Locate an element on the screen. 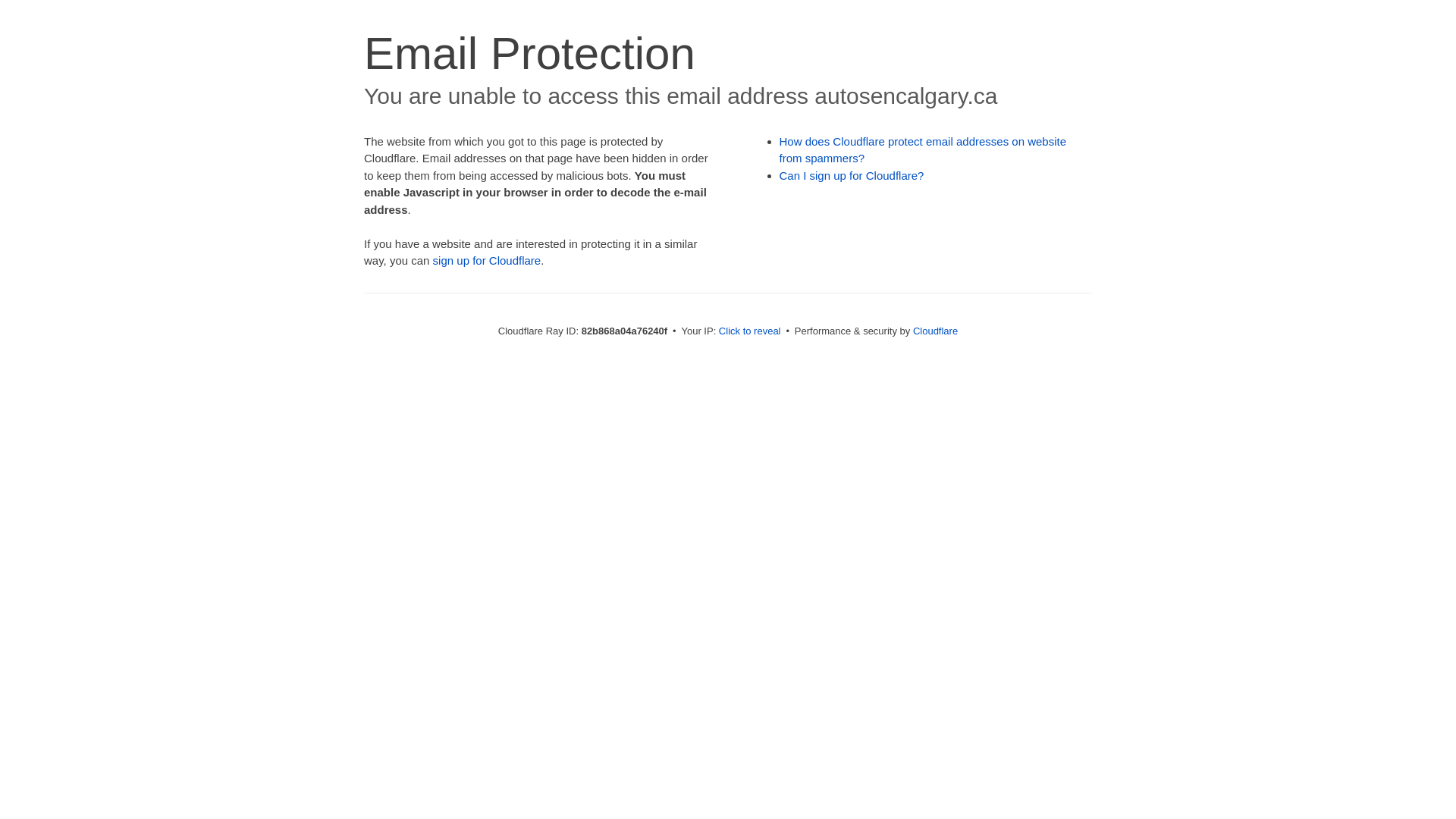 Image resolution: width=1456 pixels, height=819 pixels. 'sign up for Cloudflare' is located at coordinates (432, 259).